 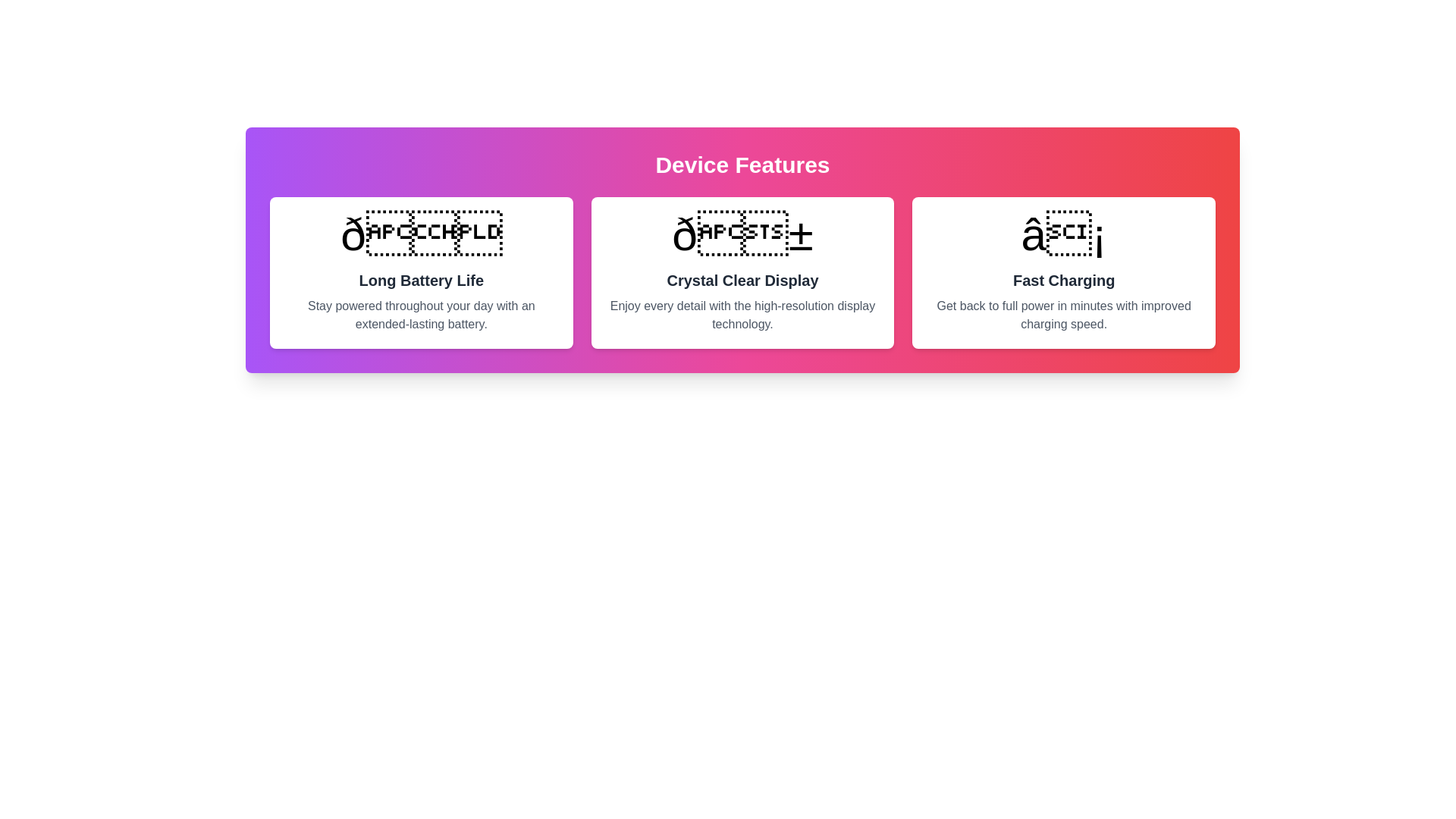 I want to click on the text block displaying 'Enjoy every detail with the high-resolution display technology.' located under the heading 'Crystal Clear Display' in the middle card of the 'Device Features', so click(x=742, y=315).